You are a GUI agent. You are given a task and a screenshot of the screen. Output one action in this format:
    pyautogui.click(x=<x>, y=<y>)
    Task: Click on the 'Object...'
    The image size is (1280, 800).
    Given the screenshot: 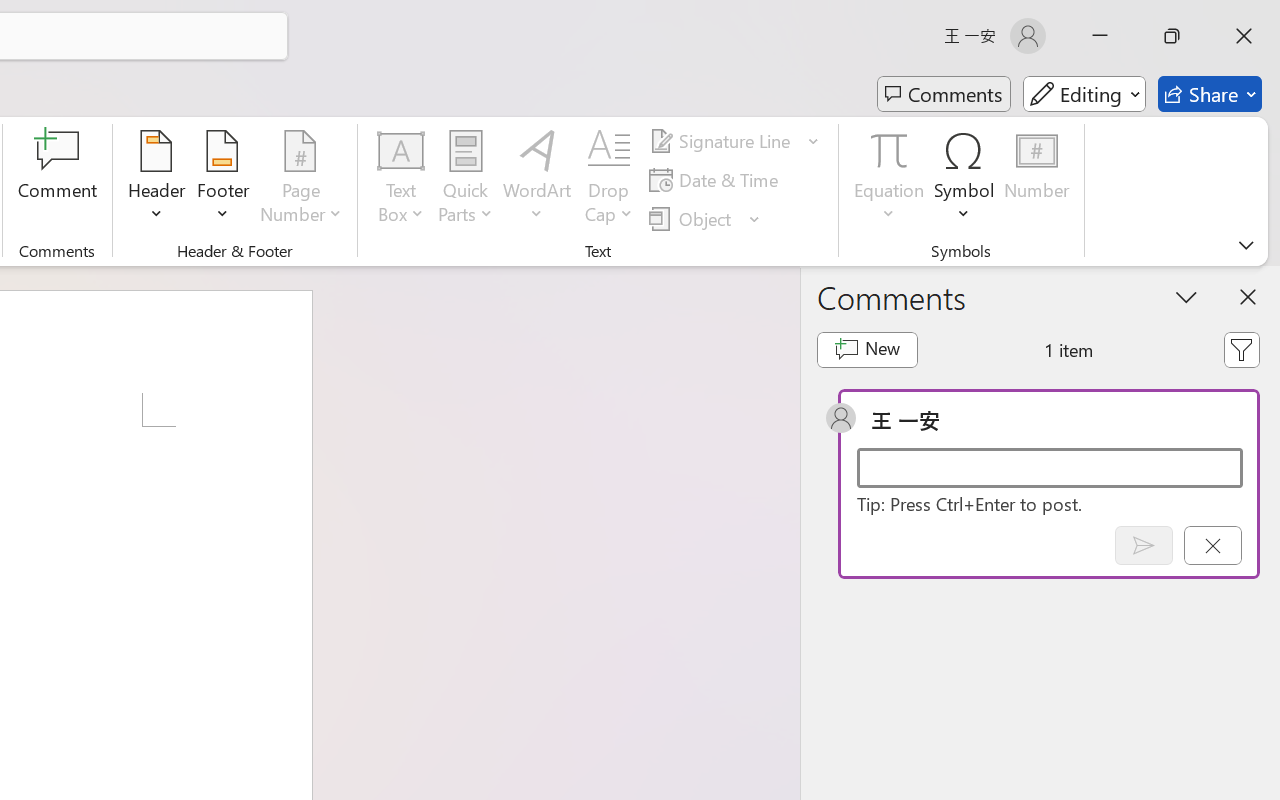 What is the action you would take?
    pyautogui.click(x=705, y=218)
    